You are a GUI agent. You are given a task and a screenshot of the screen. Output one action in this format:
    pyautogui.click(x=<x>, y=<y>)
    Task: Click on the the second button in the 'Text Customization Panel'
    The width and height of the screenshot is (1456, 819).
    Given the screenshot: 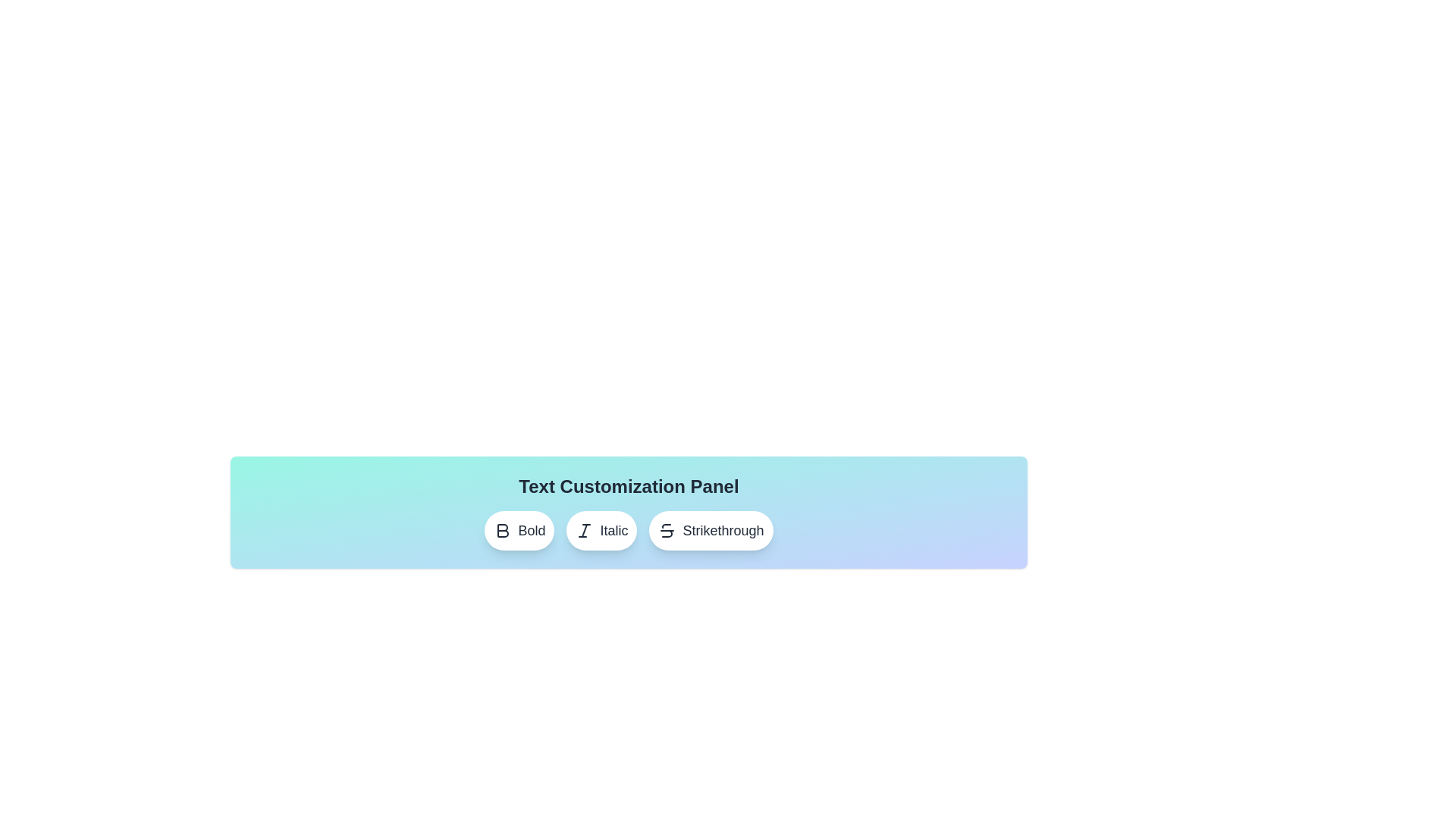 What is the action you would take?
    pyautogui.click(x=601, y=529)
    